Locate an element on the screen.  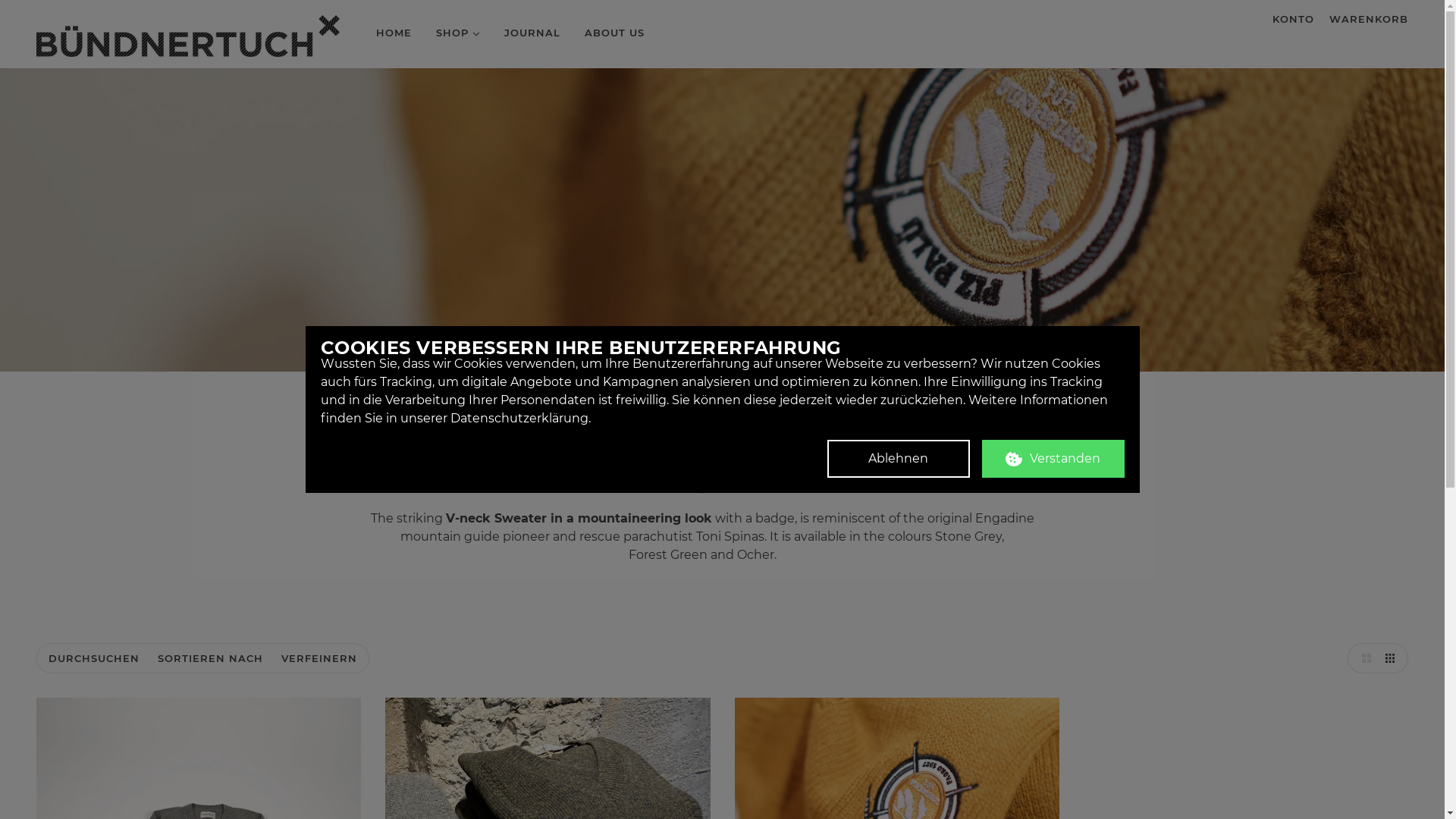
'KONTO' is located at coordinates (1265, 18).